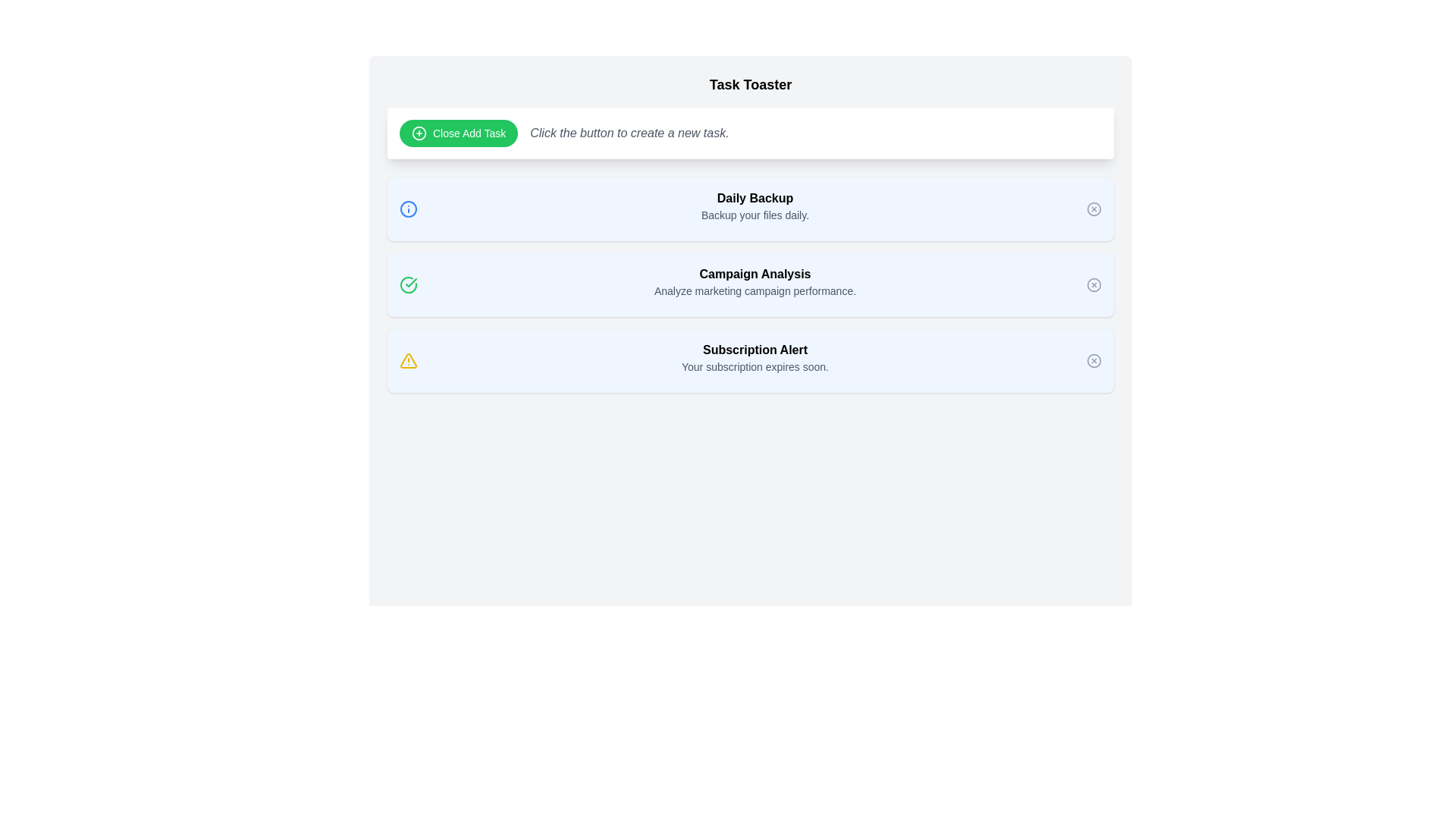 The width and height of the screenshot is (1456, 819). I want to click on the visual design of the circular graphic element that is part of the action-related icon, located in the top-left corner of the 'Close Add Task' button, so click(419, 133).